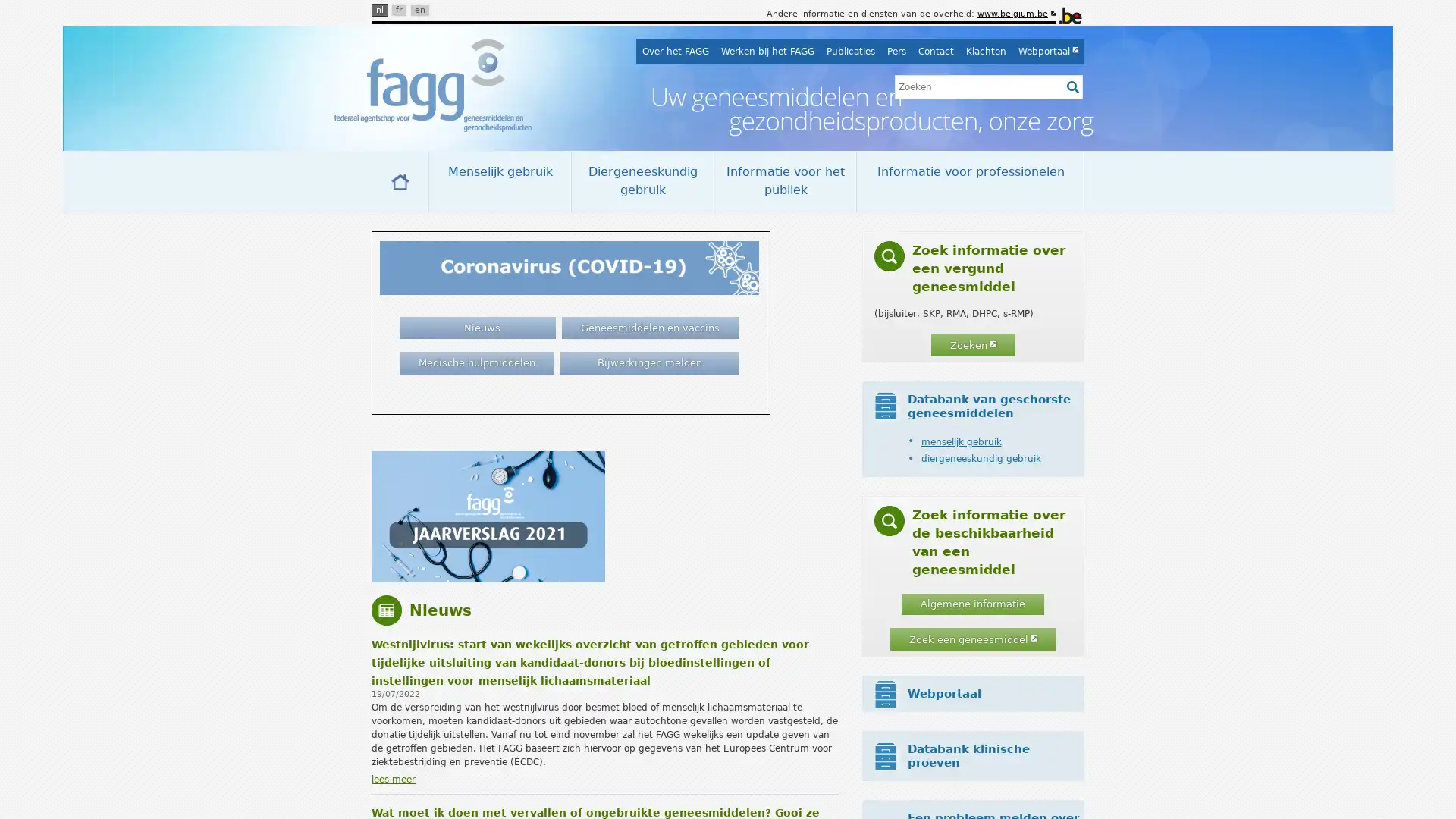 Image resolution: width=1456 pixels, height=819 pixels. Describe the element at coordinates (475, 362) in the screenshot. I see `Medische hulpmiddelen` at that location.